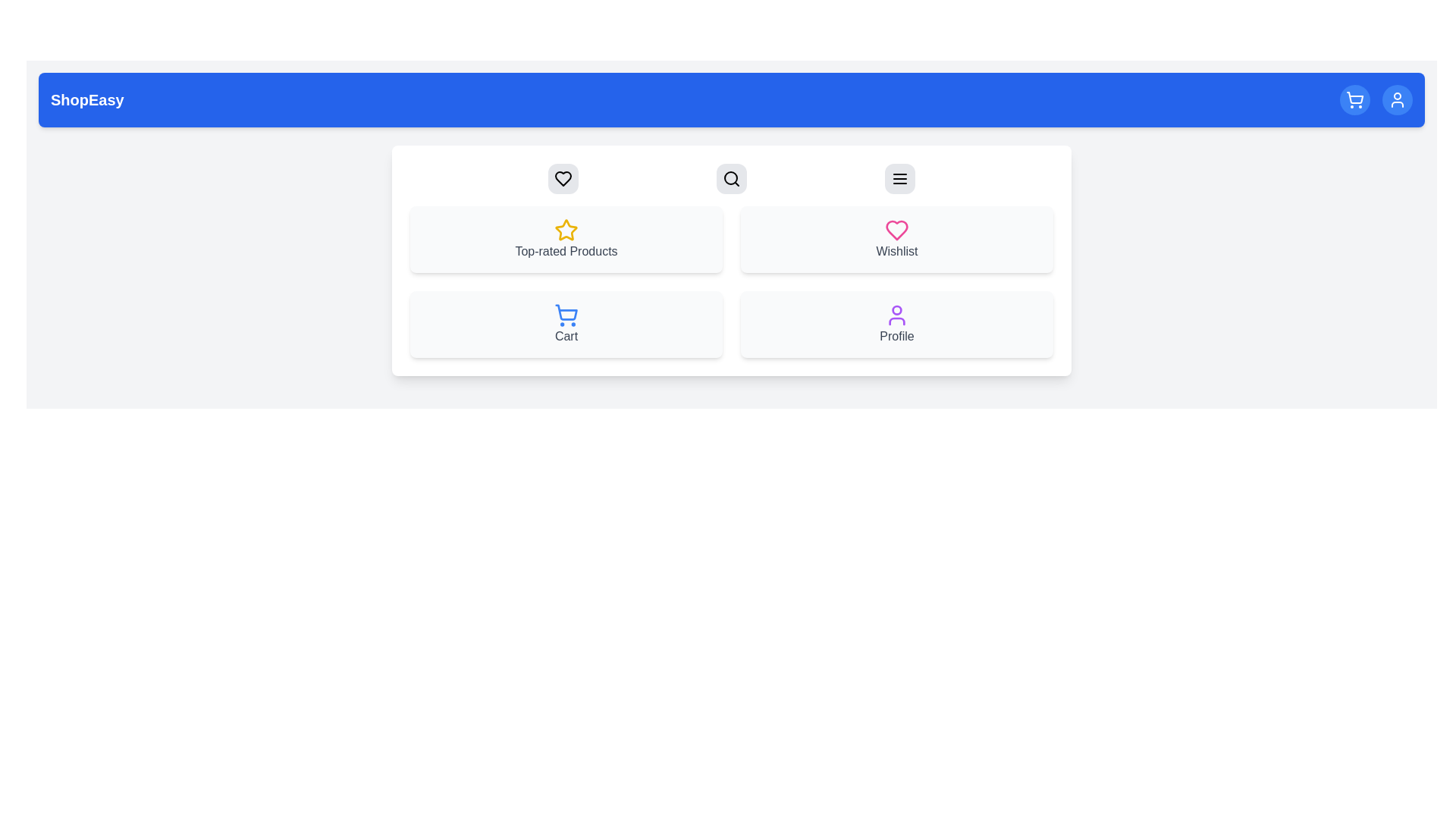 The height and width of the screenshot is (819, 1456). What do you see at coordinates (566, 239) in the screenshot?
I see `the top-left card in the grid layout` at bounding box center [566, 239].